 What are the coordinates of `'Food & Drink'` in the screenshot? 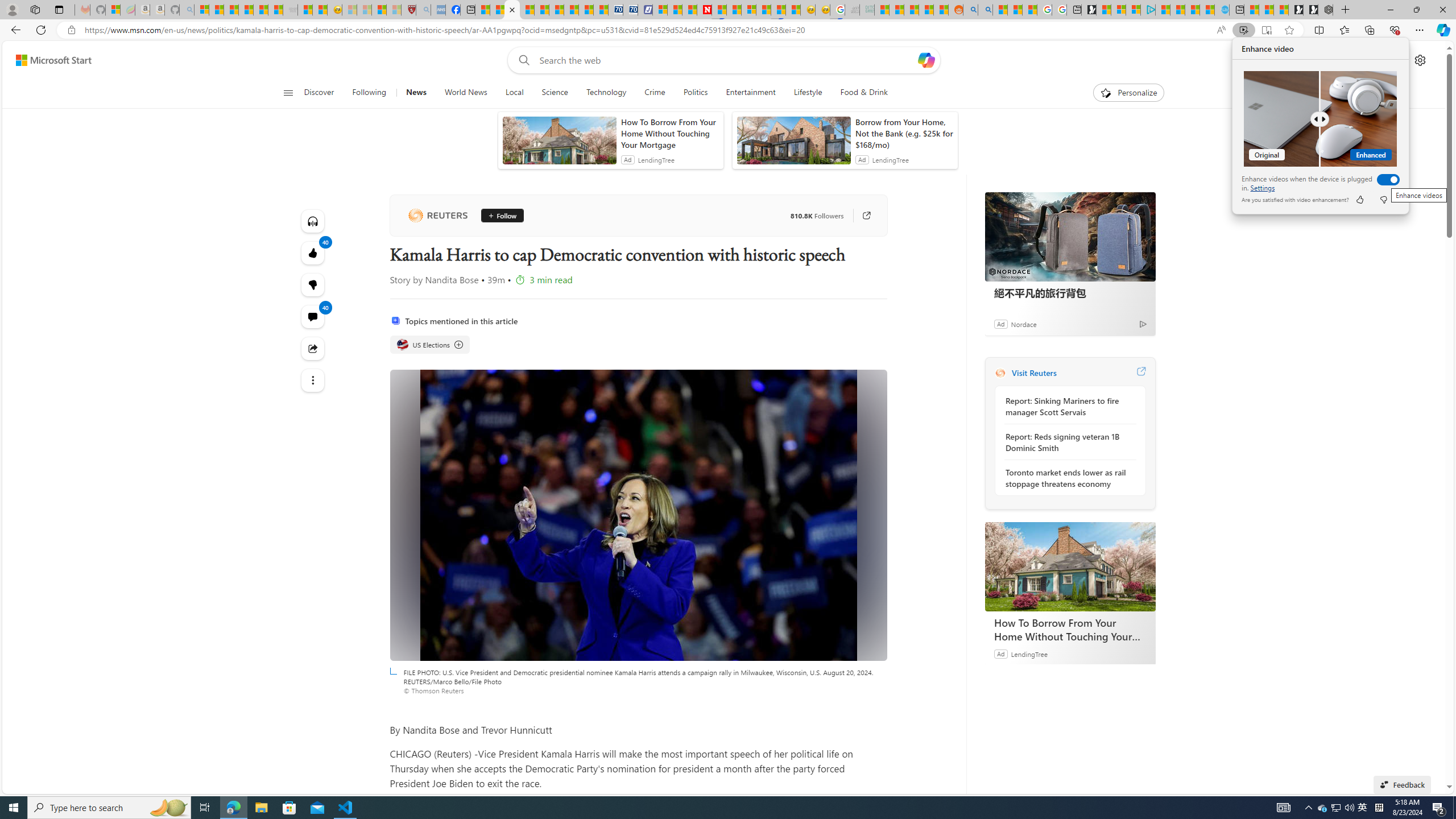 It's located at (864, 92).